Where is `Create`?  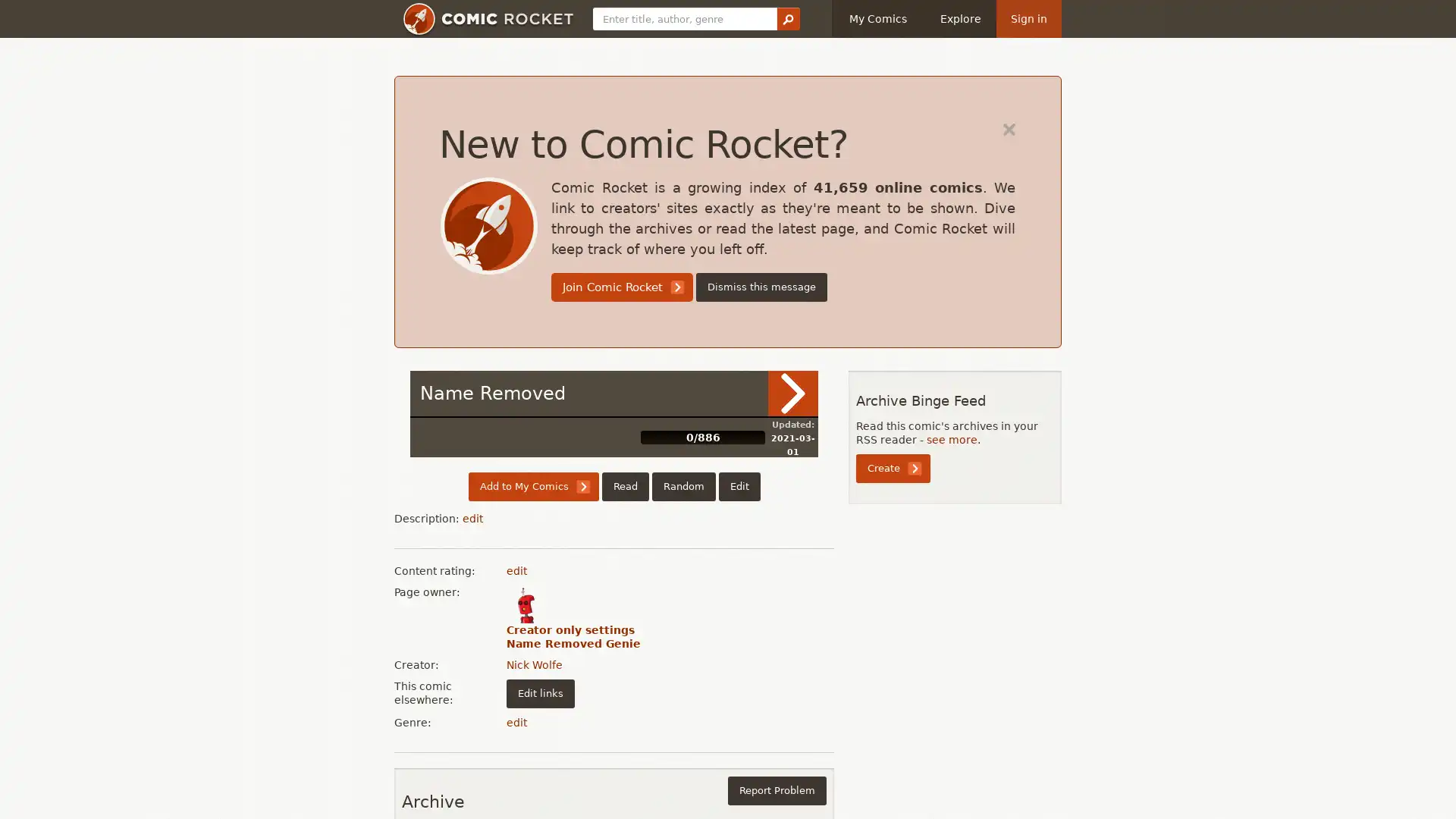
Create is located at coordinates (893, 467).